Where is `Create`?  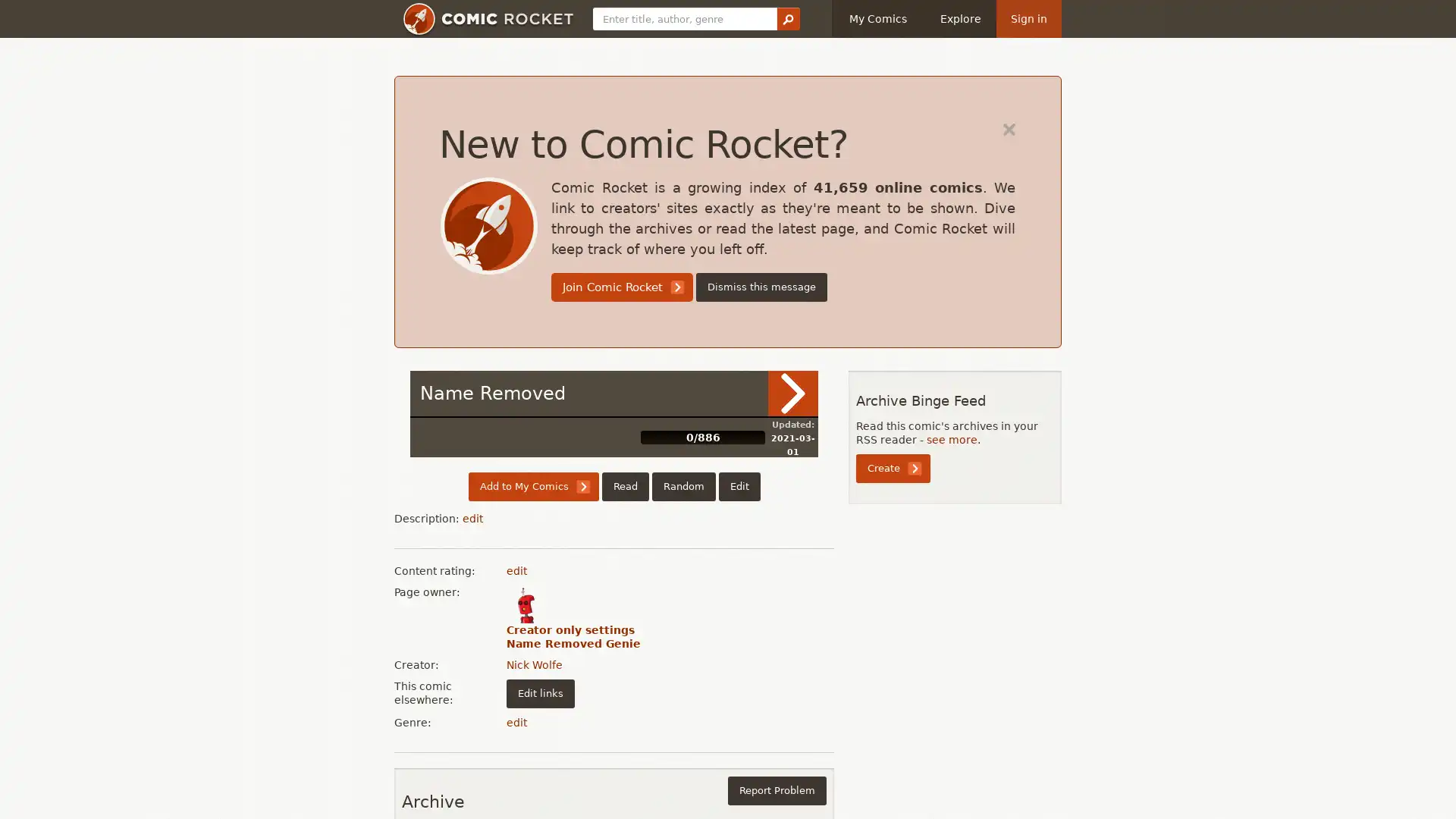
Create is located at coordinates (893, 467).